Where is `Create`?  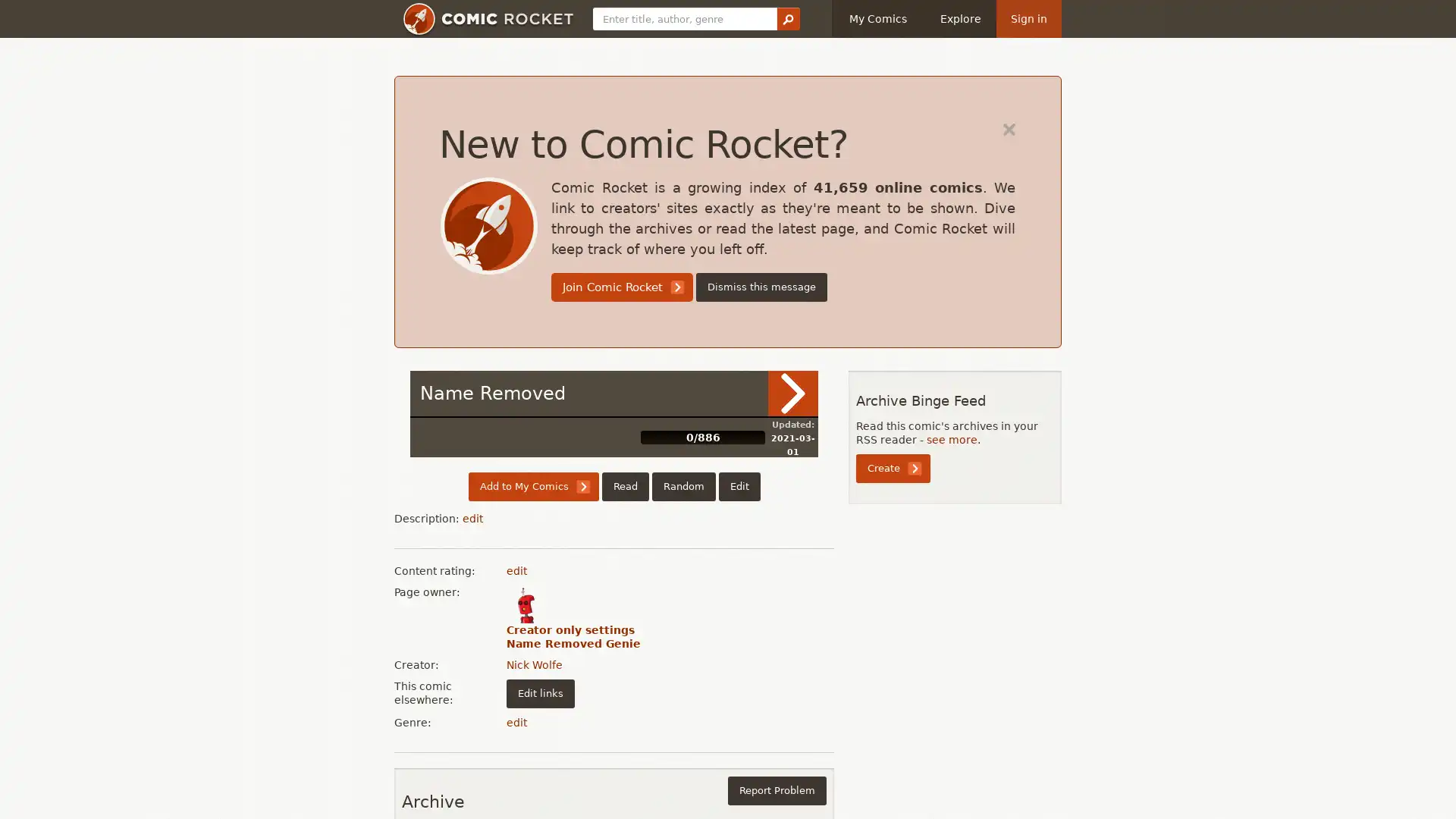
Create is located at coordinates (893, 467).